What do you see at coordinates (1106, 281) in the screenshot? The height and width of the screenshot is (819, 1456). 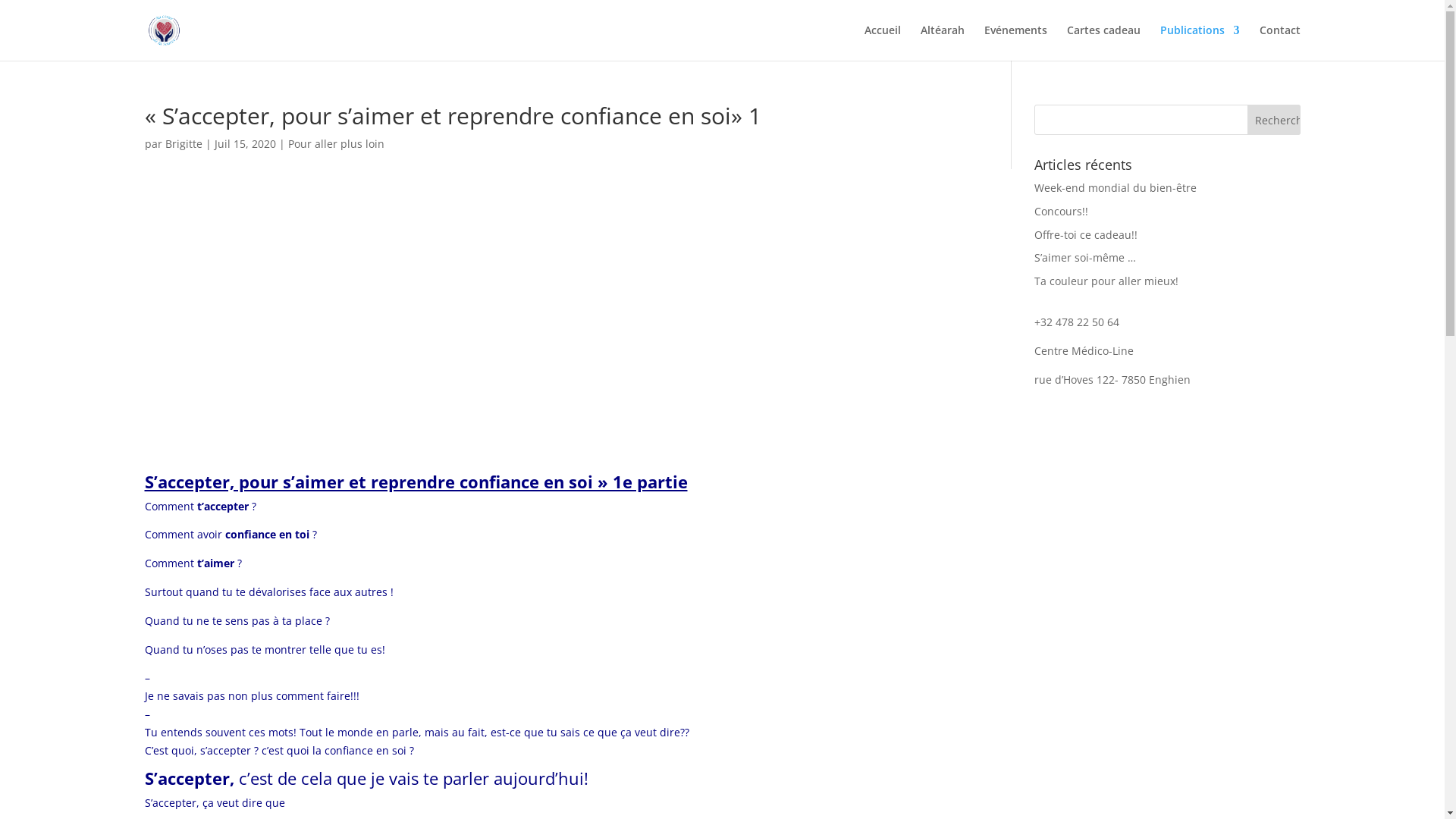 I see `'Ta couleur pour aller mieux!'` at bounding box center [1106, 281].